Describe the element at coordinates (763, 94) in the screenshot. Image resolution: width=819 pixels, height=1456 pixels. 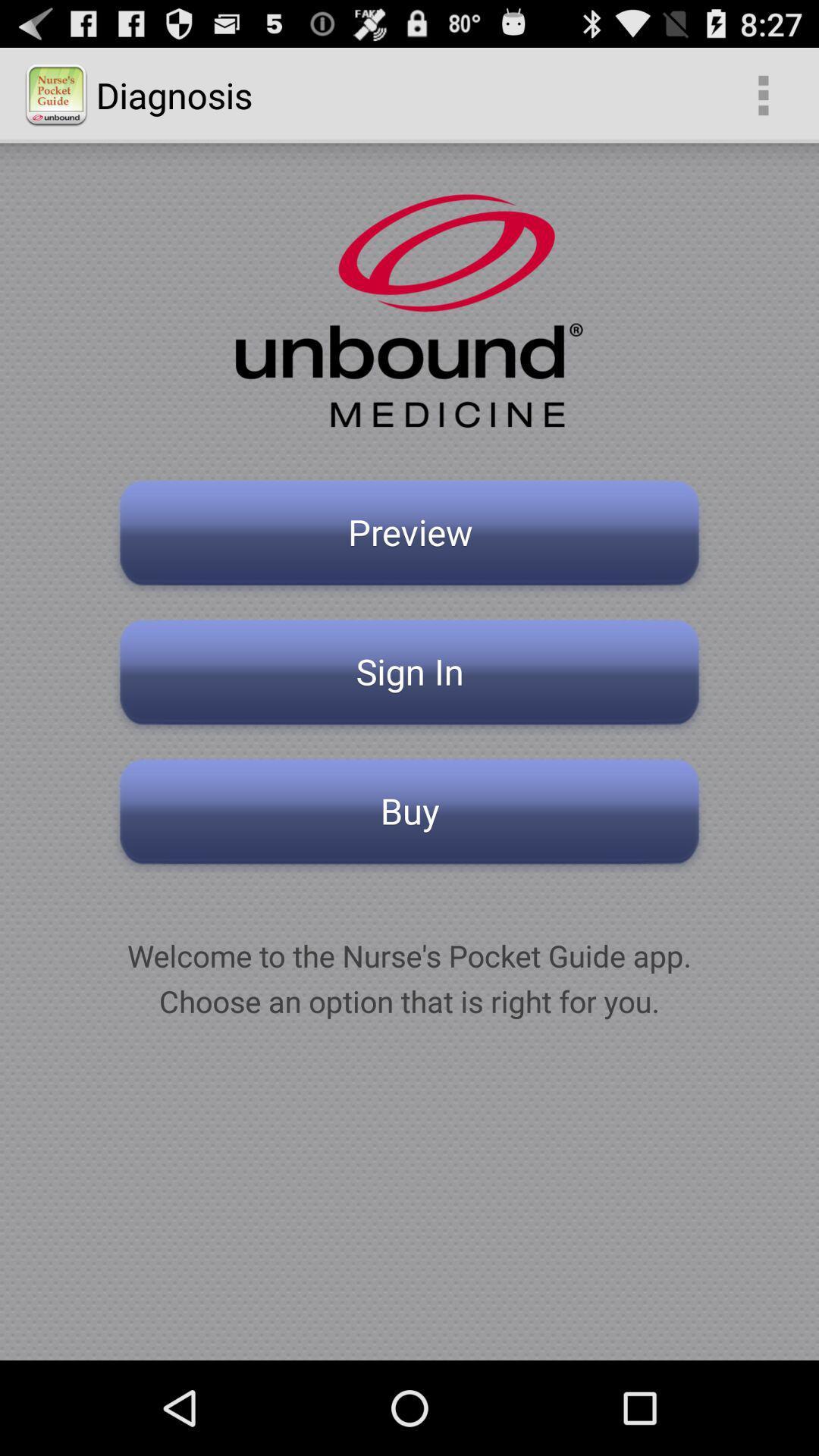
I see `icon above the preview item` at that location.